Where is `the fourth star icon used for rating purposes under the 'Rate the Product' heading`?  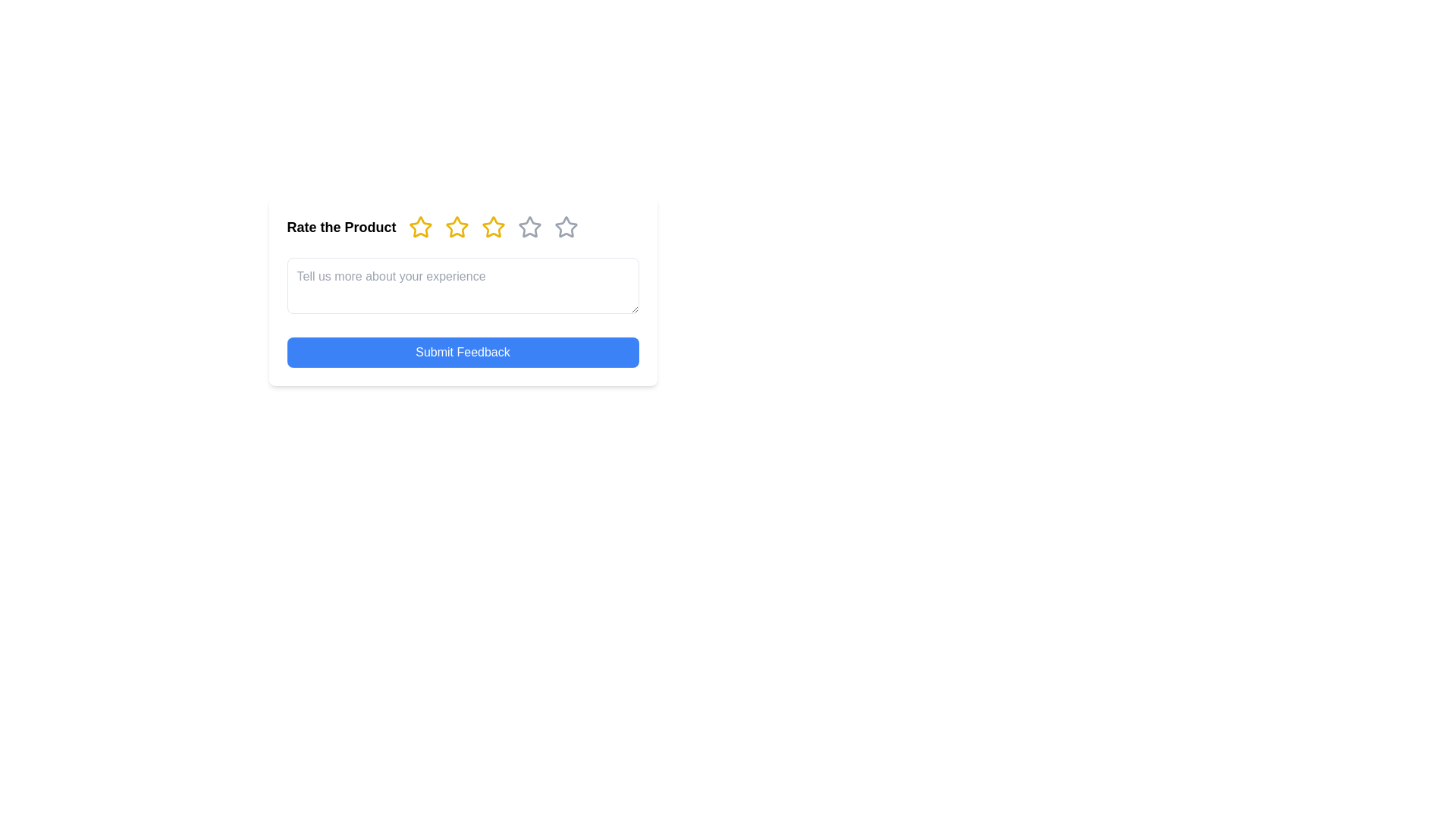
the fourth star icon used for rating purposes under the 'Rate the Product' heading is located at coordinates (529, 227).